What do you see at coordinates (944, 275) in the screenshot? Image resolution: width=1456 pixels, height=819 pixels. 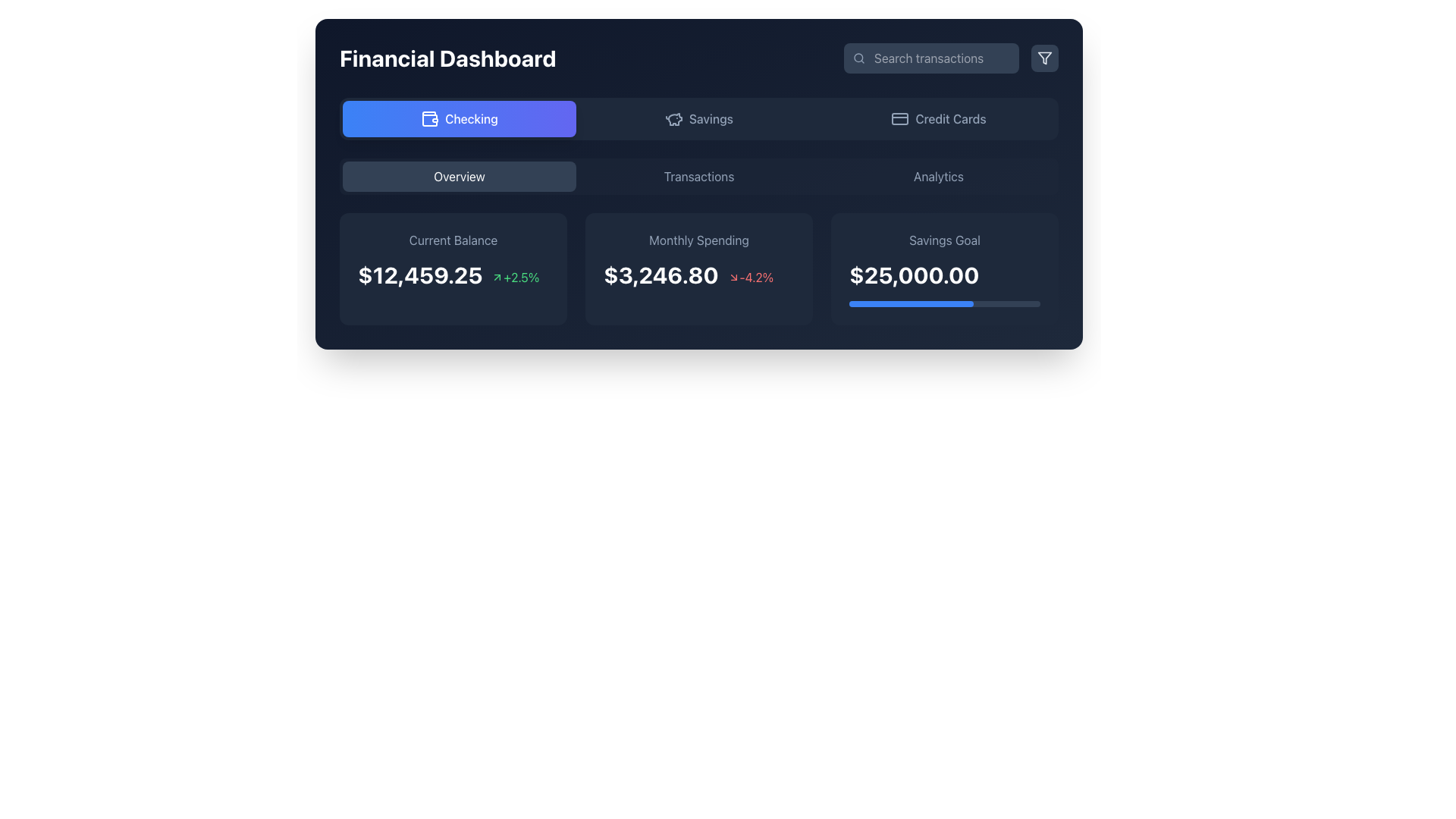 I see `the text display that shows the savings goal amount, located within the 'Savings Goal' section of the 'Financial Dashboard' interface` at bounding box center [944, 275].